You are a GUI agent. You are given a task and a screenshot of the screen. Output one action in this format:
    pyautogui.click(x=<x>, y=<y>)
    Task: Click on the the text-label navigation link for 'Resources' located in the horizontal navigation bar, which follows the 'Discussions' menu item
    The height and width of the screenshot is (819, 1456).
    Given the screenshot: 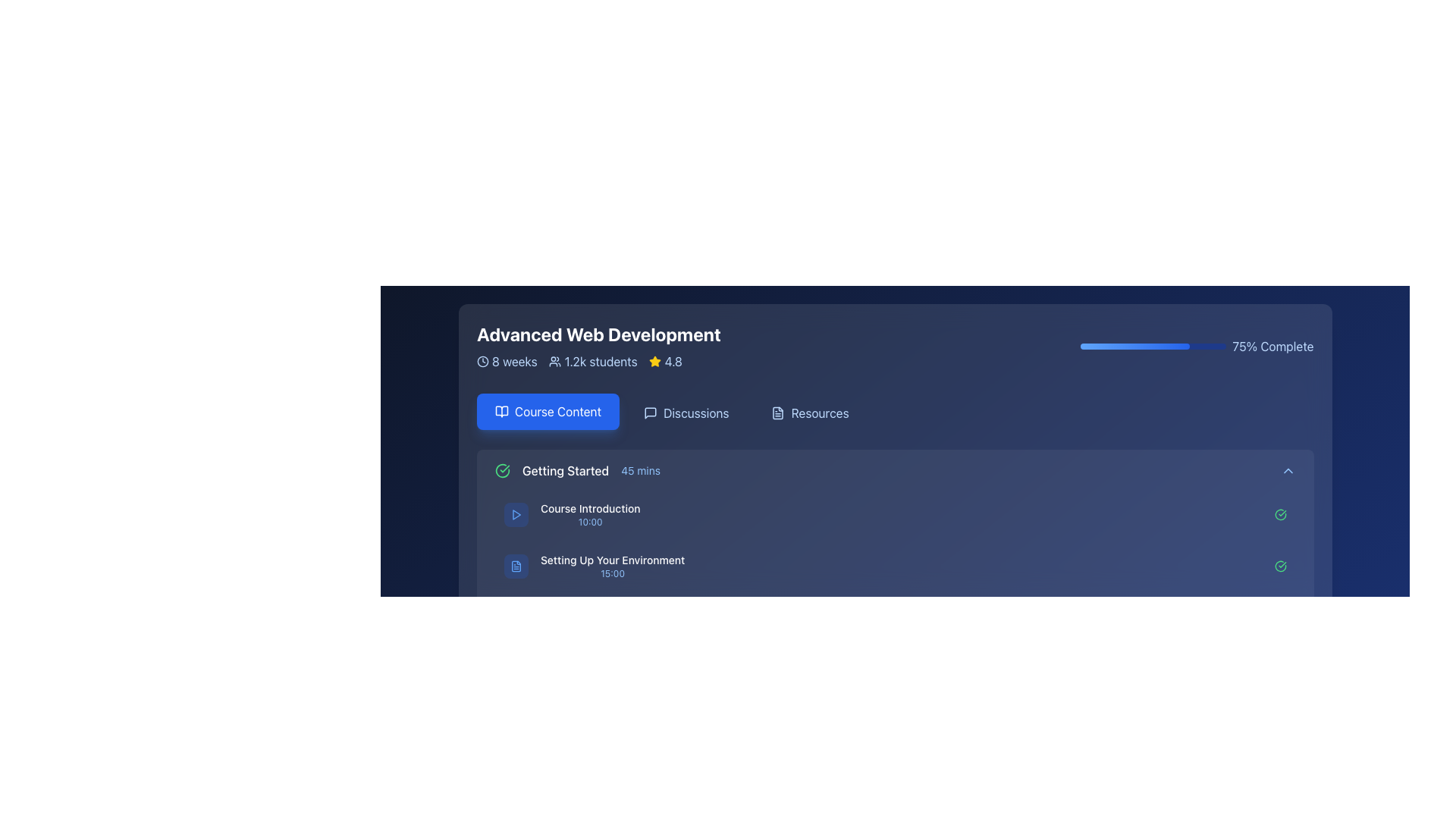 What is the action you would take?
    pyautogui.click(x=819, y=413)
    